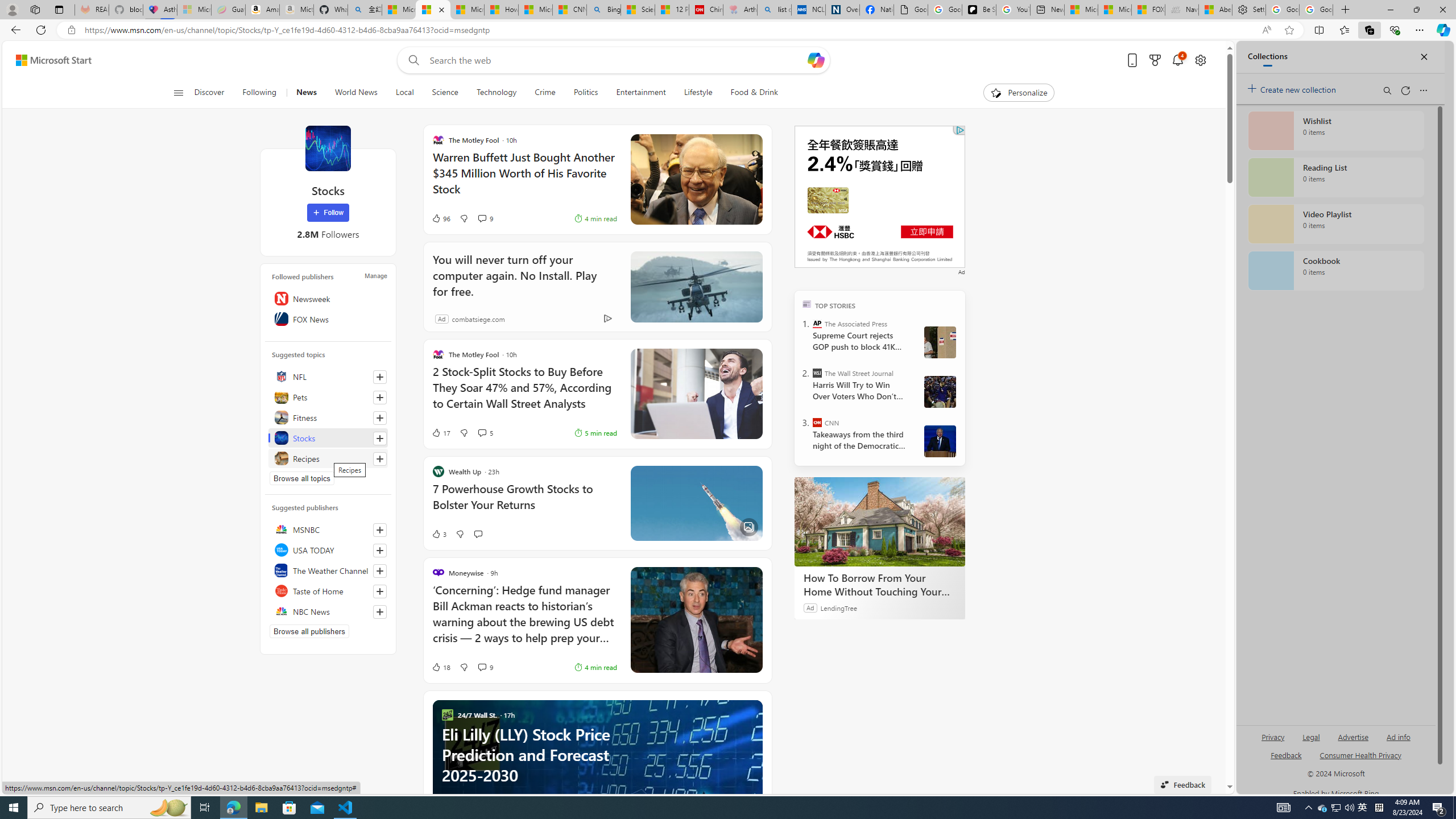 This screenshot has width=1456, height=819. I want to click on 'NBC News', so click(327, 610).